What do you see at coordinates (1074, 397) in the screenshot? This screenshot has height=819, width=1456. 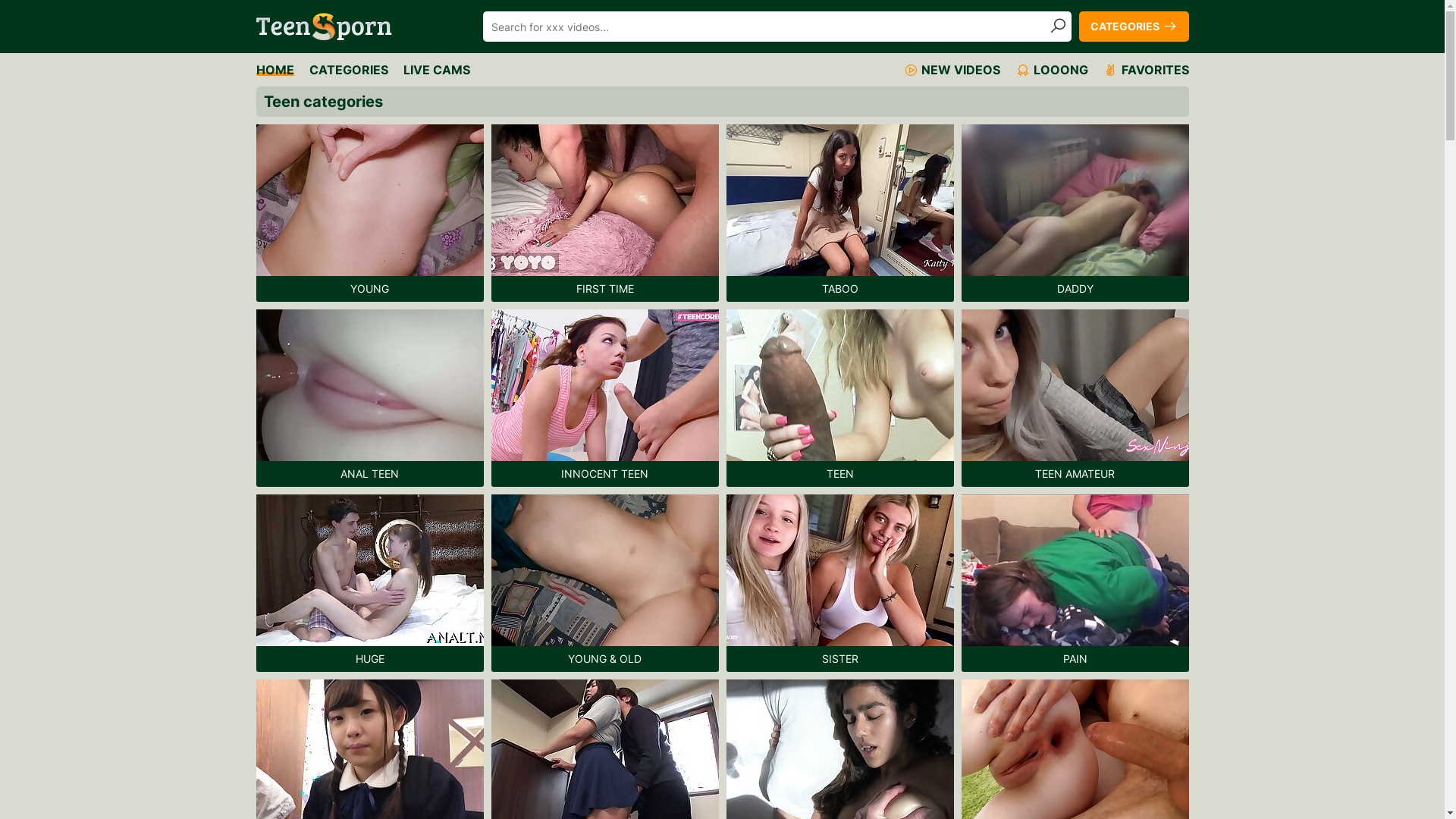 I see `'TEEN AMATEUR'` at bounding box center [1074, 397].